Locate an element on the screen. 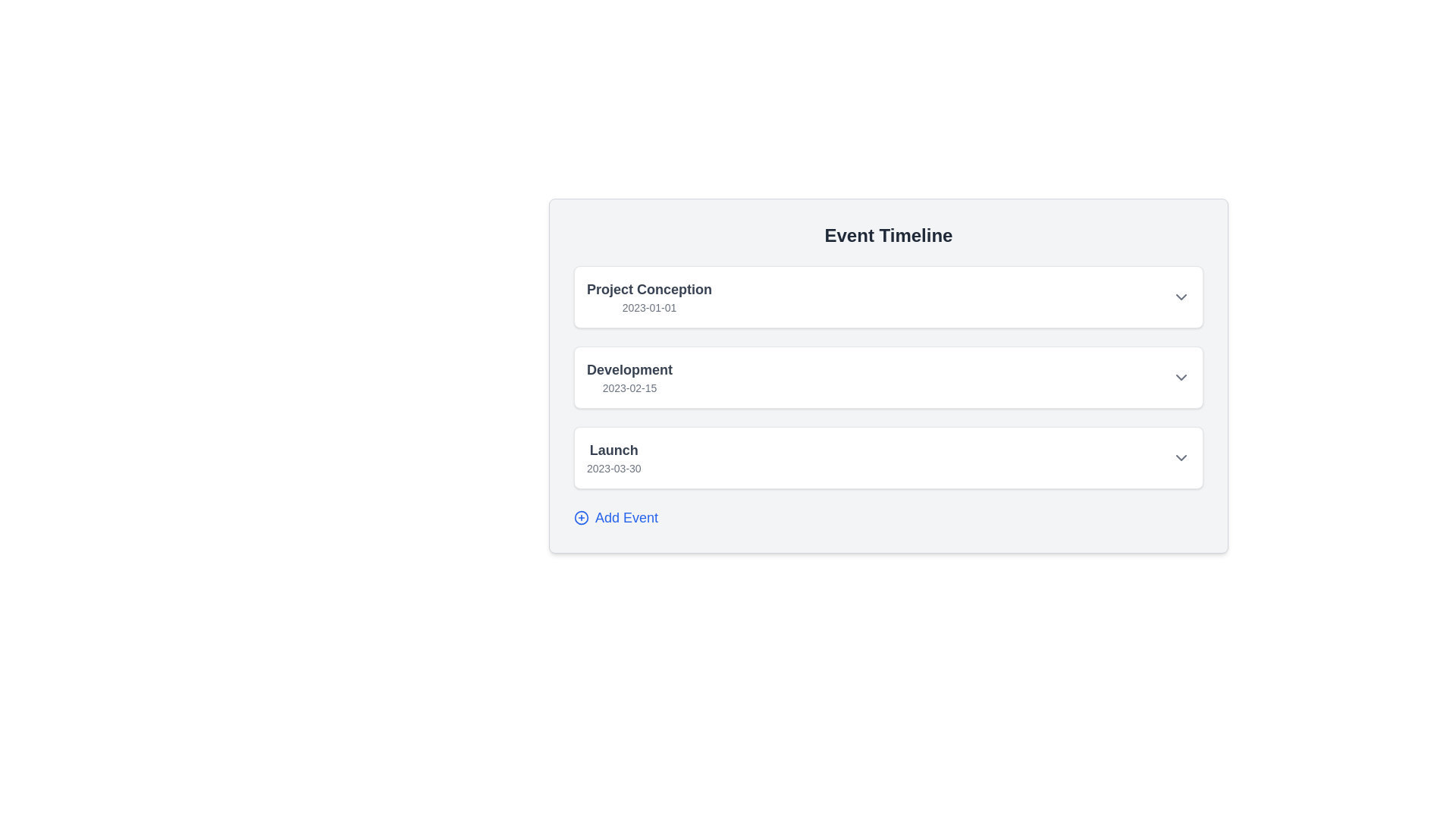  the static text element displaying the date, which is located underneath the bold title 'Launch' and styled with a smaller font size and muted gray color is located at coordinates (613, 467).